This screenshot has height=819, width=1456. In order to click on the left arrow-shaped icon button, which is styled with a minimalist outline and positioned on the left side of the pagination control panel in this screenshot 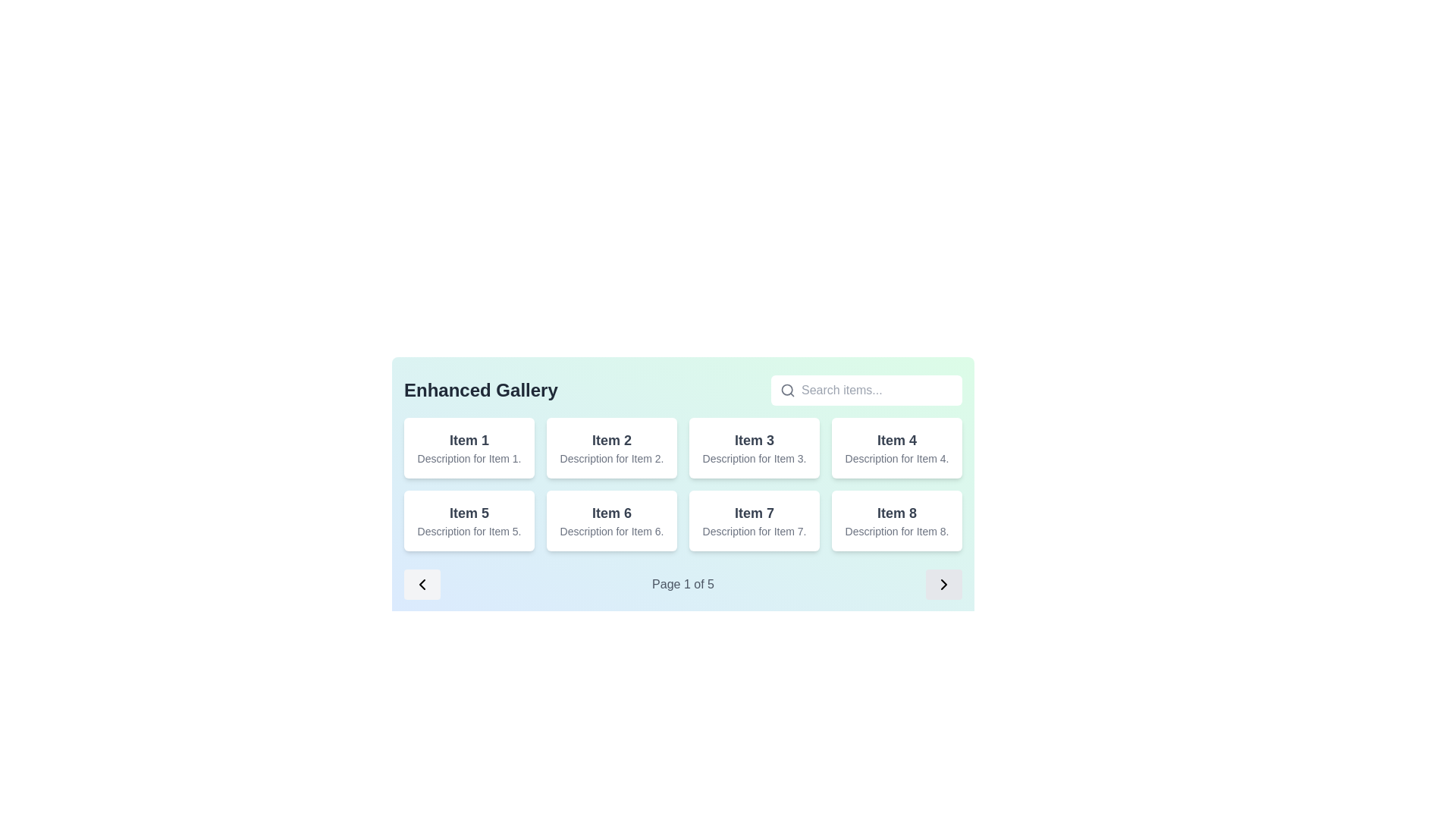, I will do `click(422, 584)`.